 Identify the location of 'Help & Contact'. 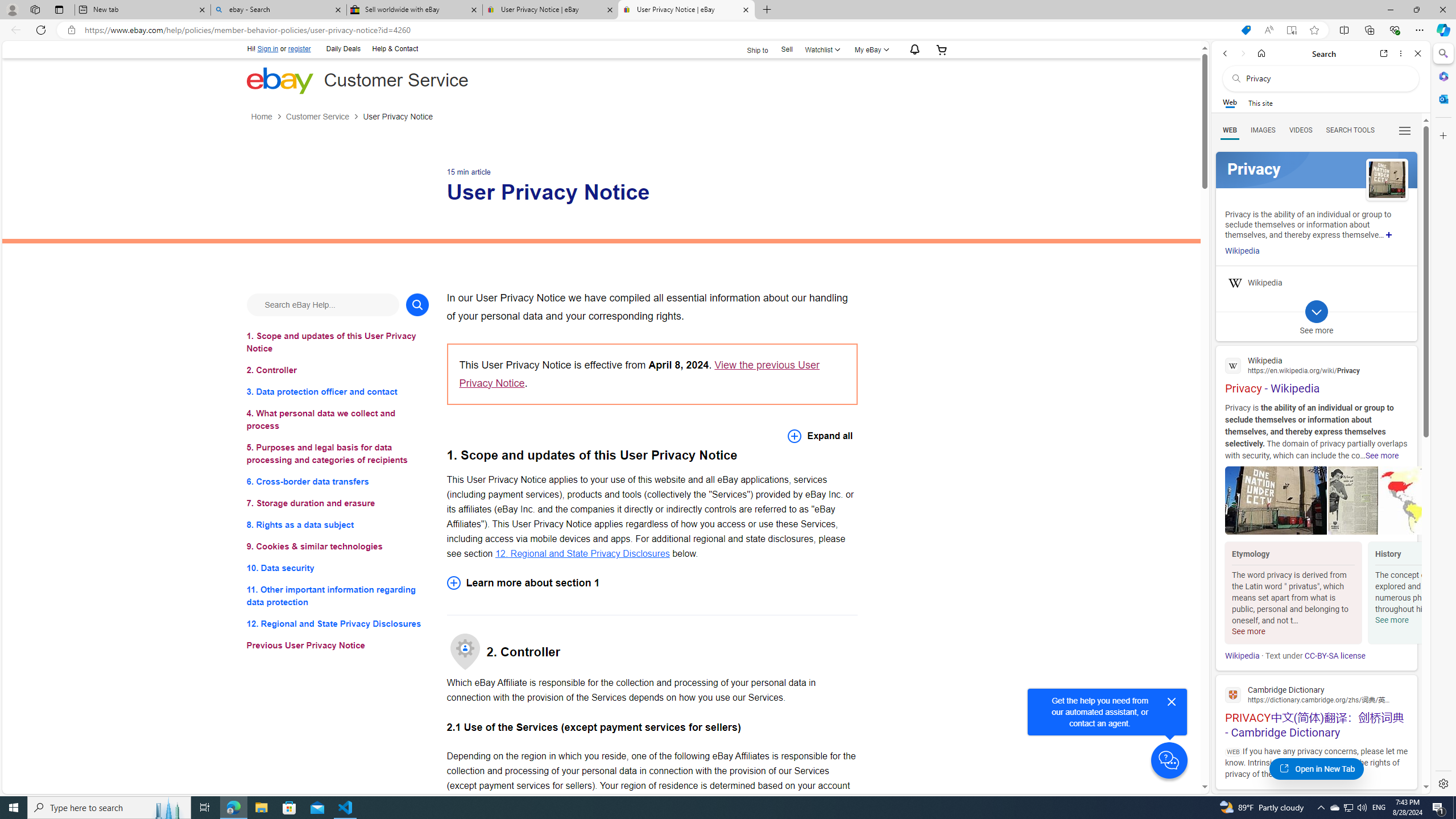
(394, 49).